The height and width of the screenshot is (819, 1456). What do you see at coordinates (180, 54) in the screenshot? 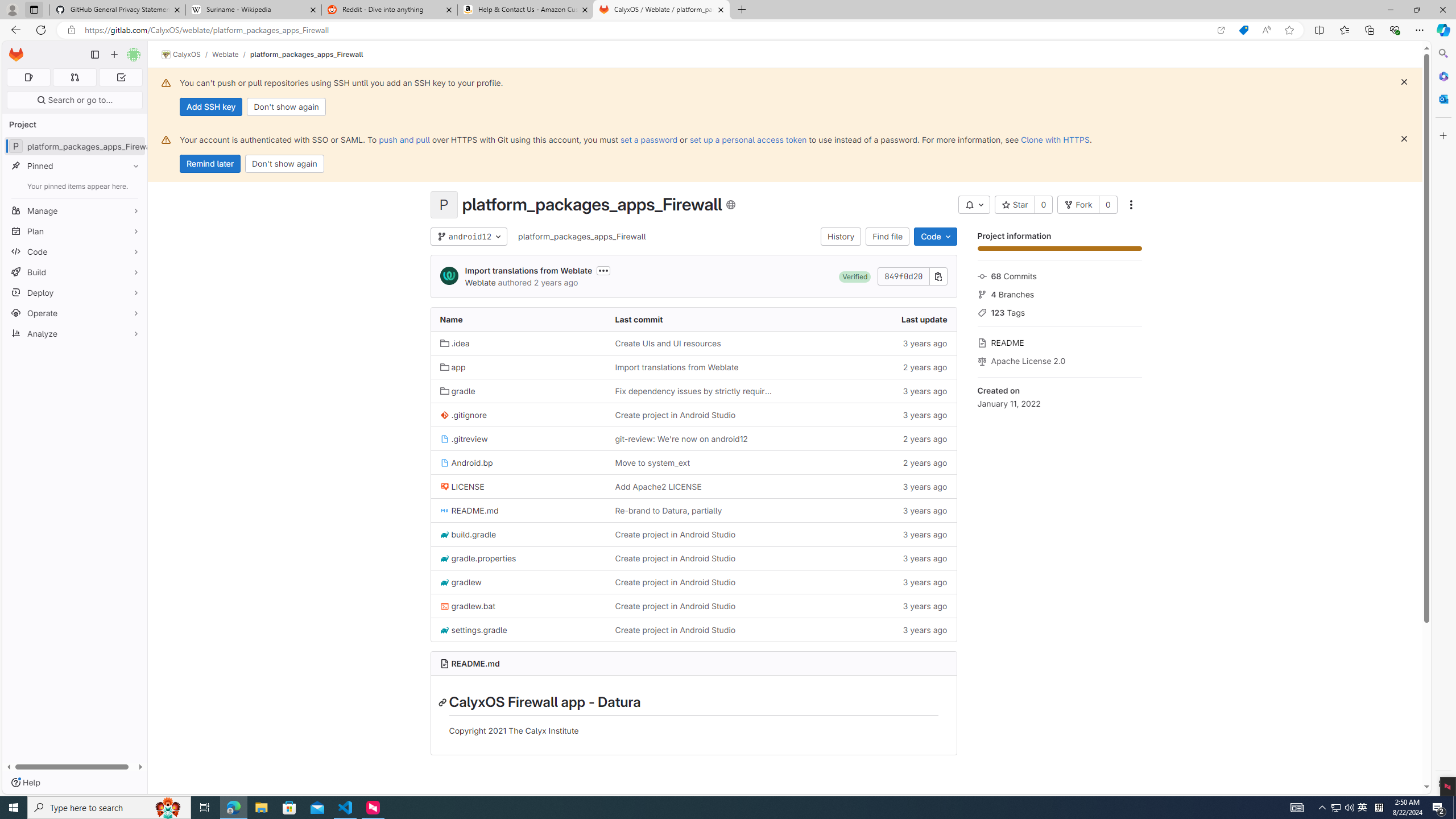
I see `'CalyxOS'` at bounding box center [180, 54].